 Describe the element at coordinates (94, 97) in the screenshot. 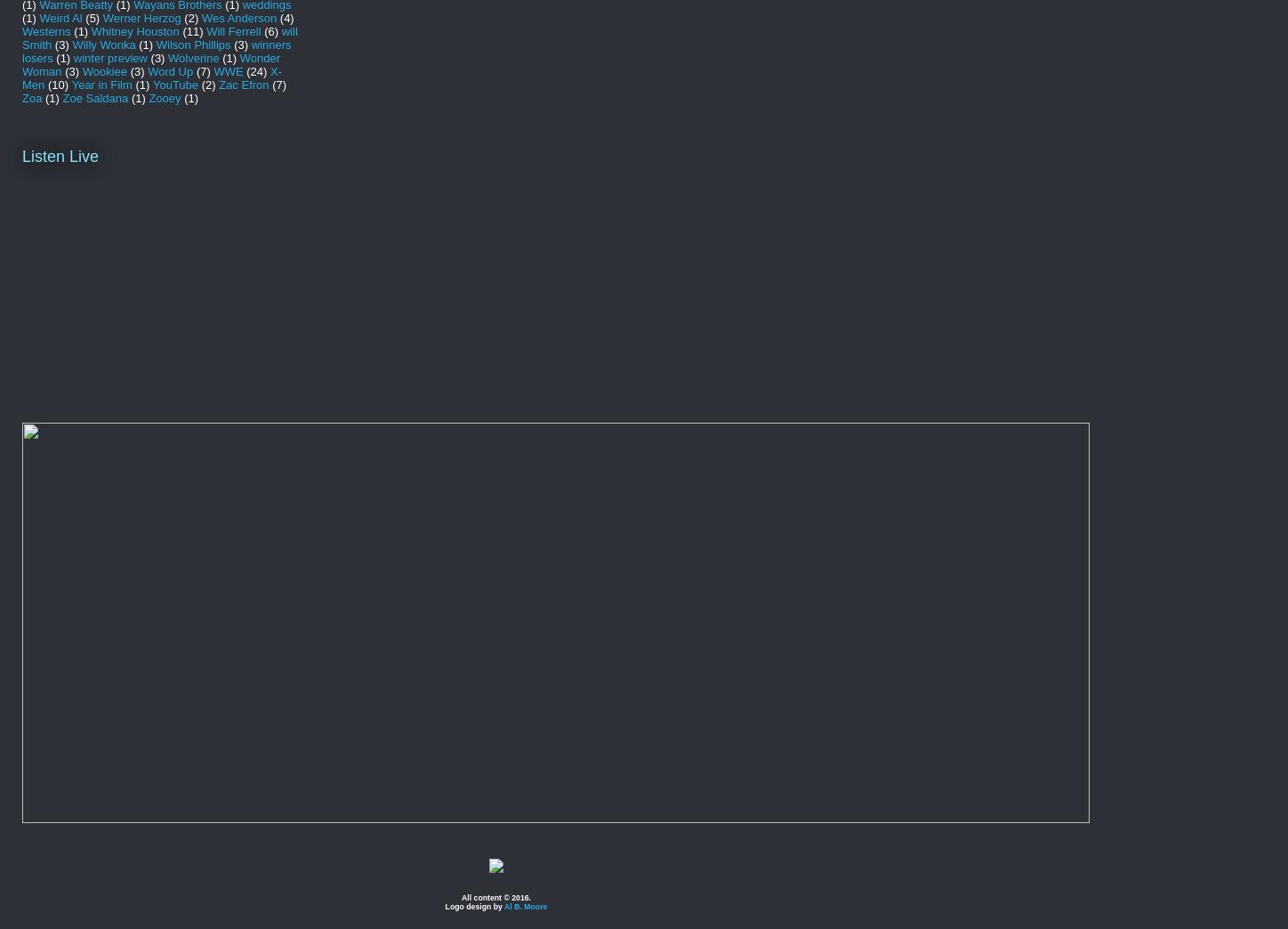

I see `'Zoe Saldana'` at that location.